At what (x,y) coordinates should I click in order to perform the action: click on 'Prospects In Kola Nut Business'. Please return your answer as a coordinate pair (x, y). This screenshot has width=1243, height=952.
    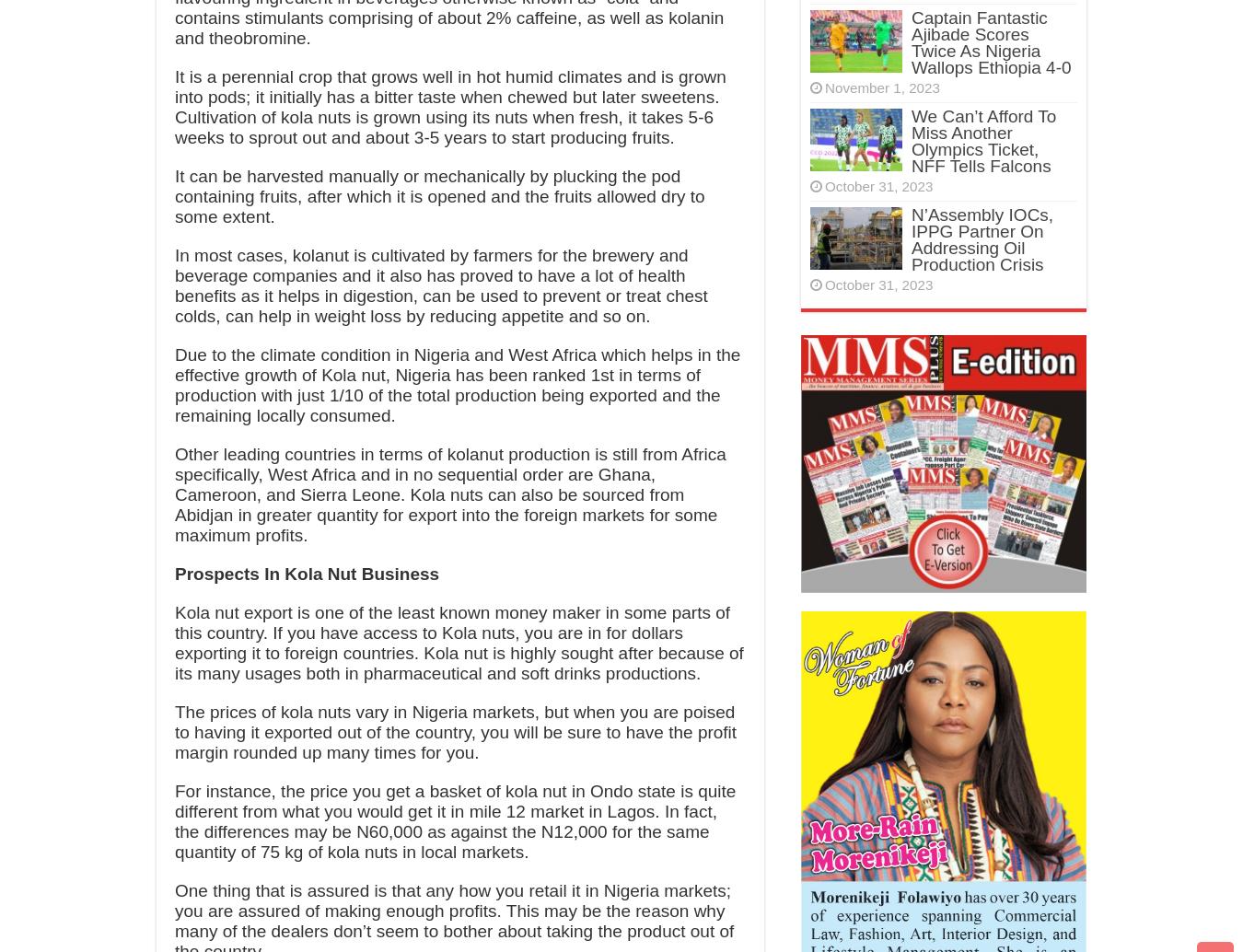
    Looking at the image, I should click on (306, 574).